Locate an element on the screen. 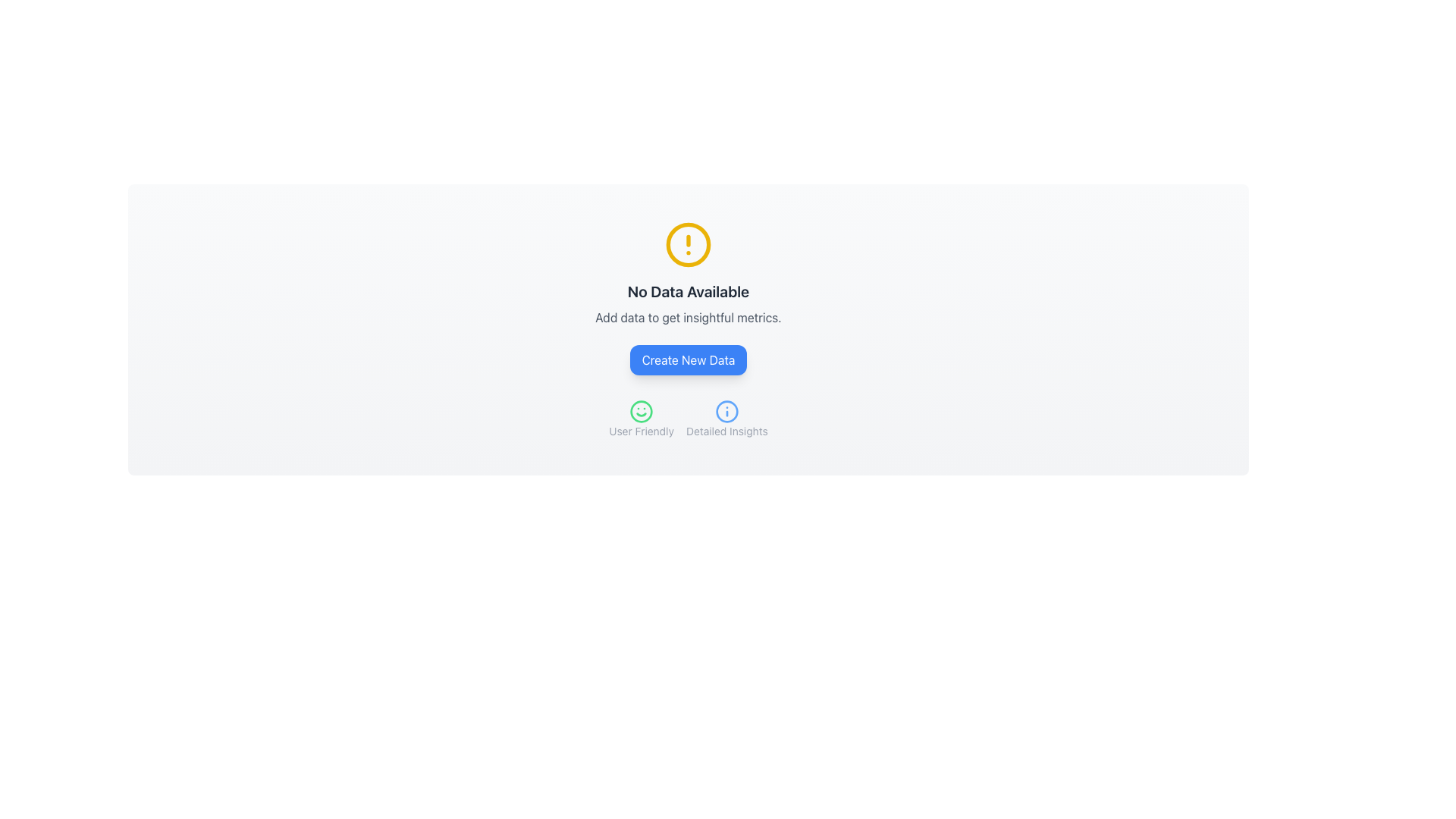 The height and width of the screenshot is (819, 1456). the meaning of the circular icon with a yellow border and an exclamation mark in the center, positioned above the text 'No Data Available' is located at coordinates (687, 244).